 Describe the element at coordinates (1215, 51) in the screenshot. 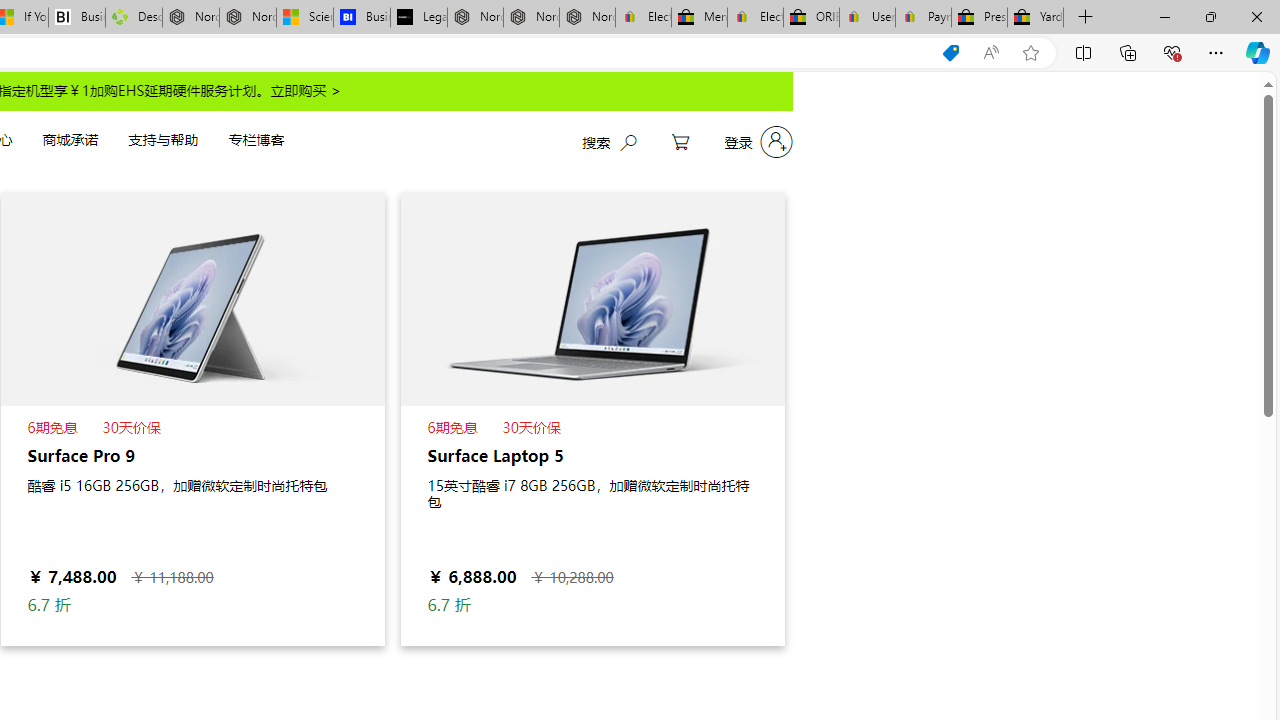

I see `'Settings and more (Alt+F)'` at that location.